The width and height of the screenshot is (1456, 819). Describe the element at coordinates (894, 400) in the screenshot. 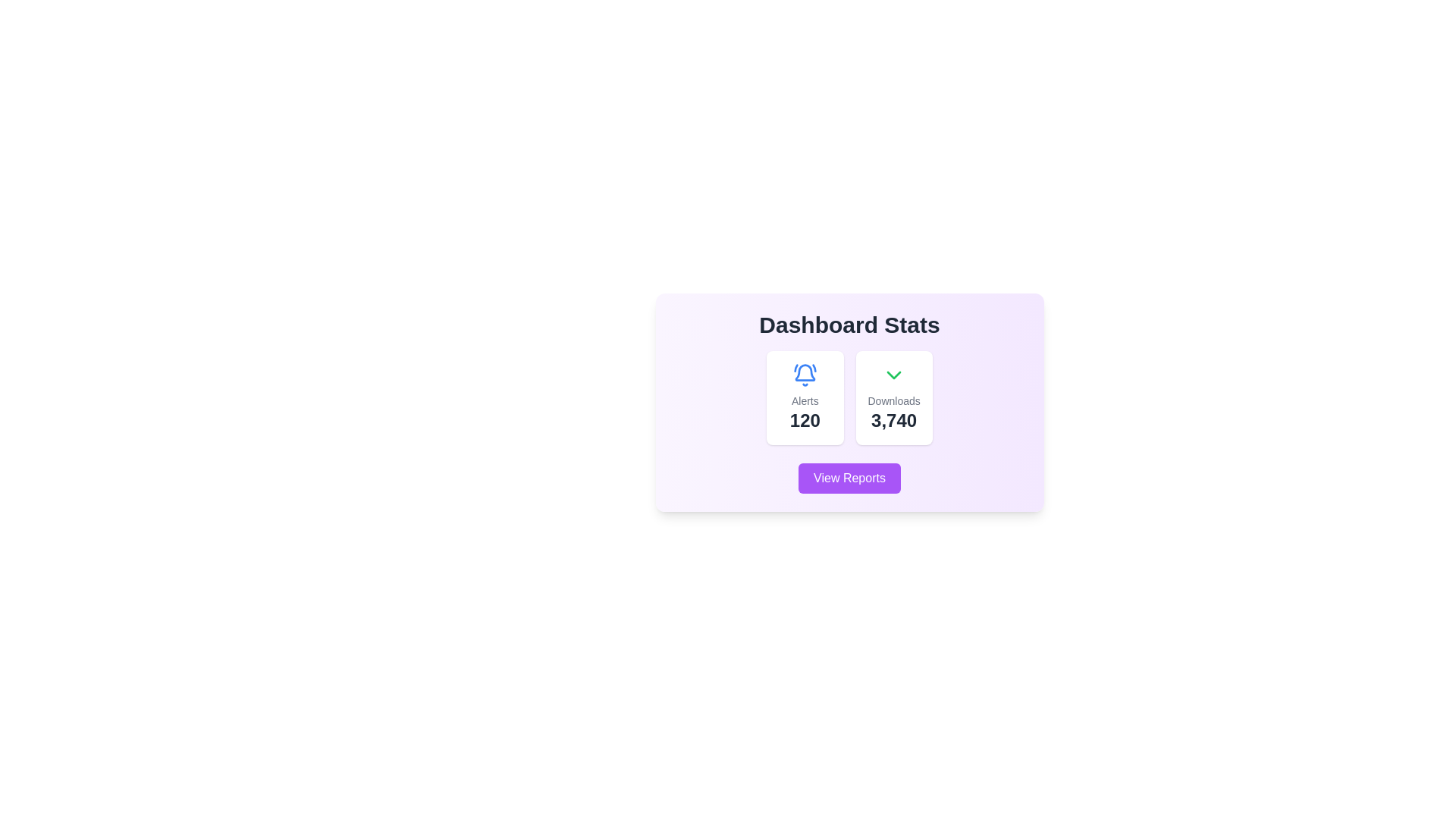

I see `text label 'Downloads' which provides context for the number '3,740'` at that location.